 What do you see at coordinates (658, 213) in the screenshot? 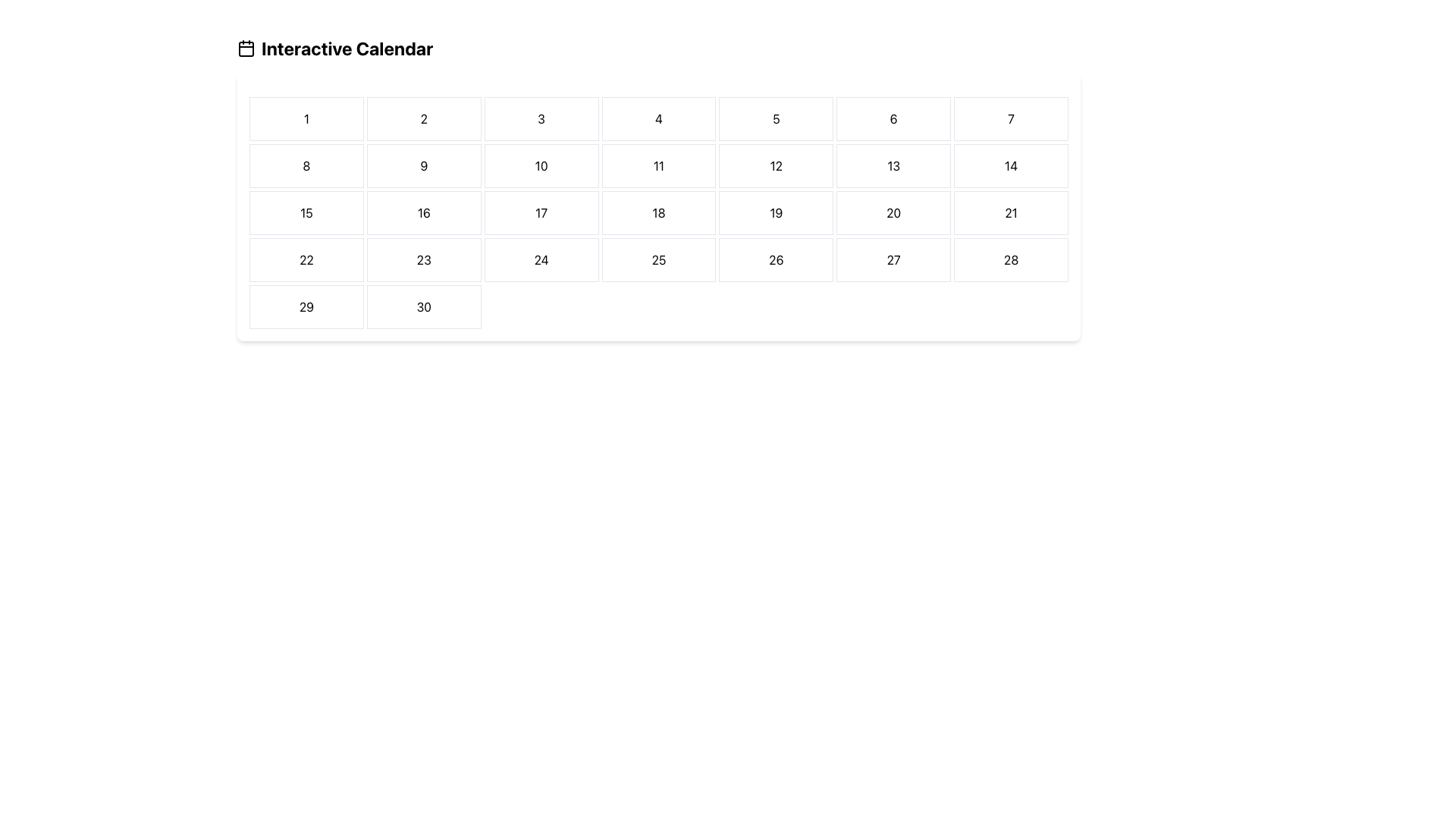
I see `the calendar cell displaying the number '18'` at bounding box center [658, 213].